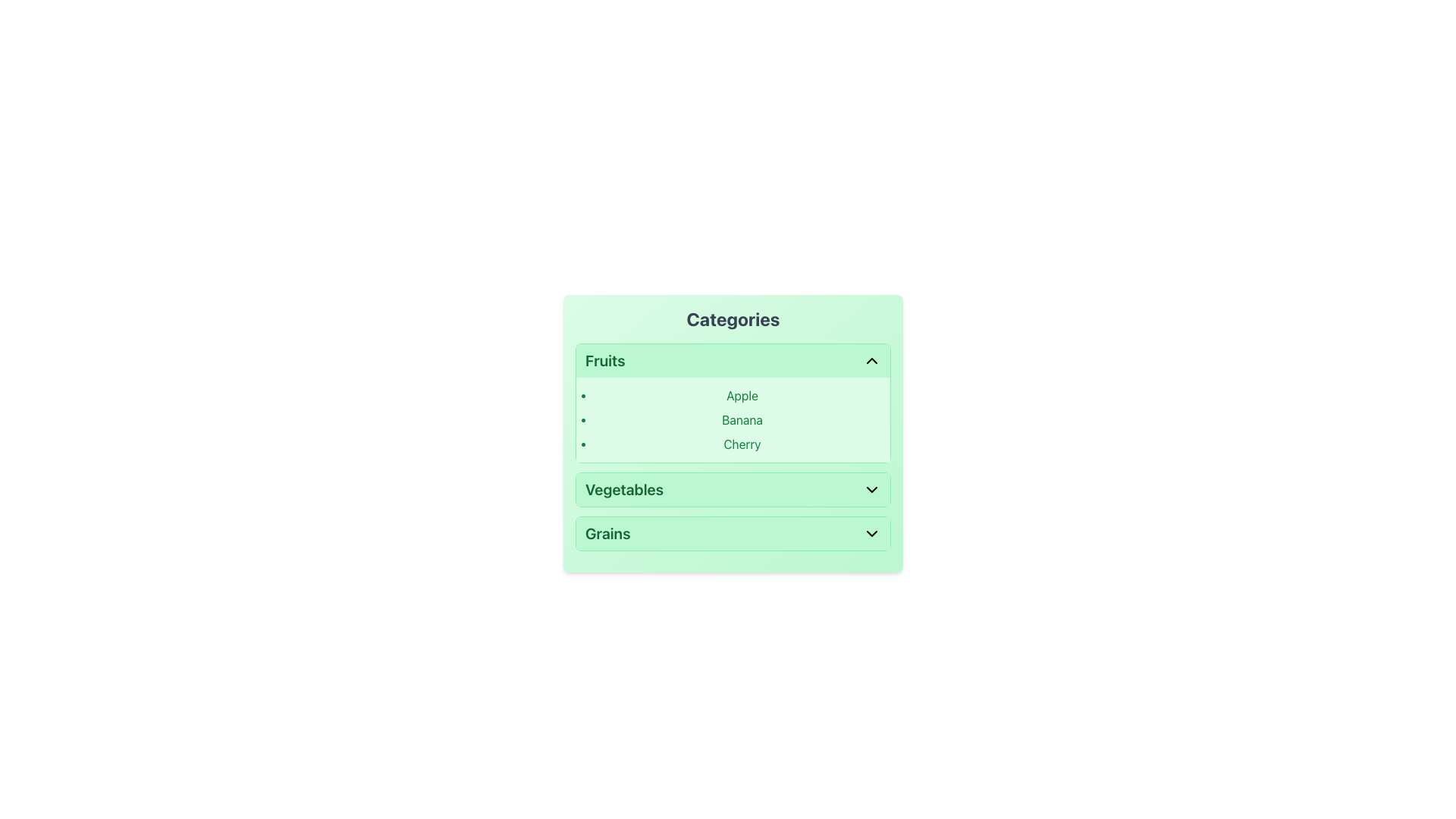 The height and width of the screenshot is (819, 1456). What do you see at coordinates (742, 444) in the screenshot?
I see `the 'Cherry' text label in the 'Fruits' category, which is the third item in a bulleted list below 'Apple' and 'Banana'` at bounding box center [742, 444].